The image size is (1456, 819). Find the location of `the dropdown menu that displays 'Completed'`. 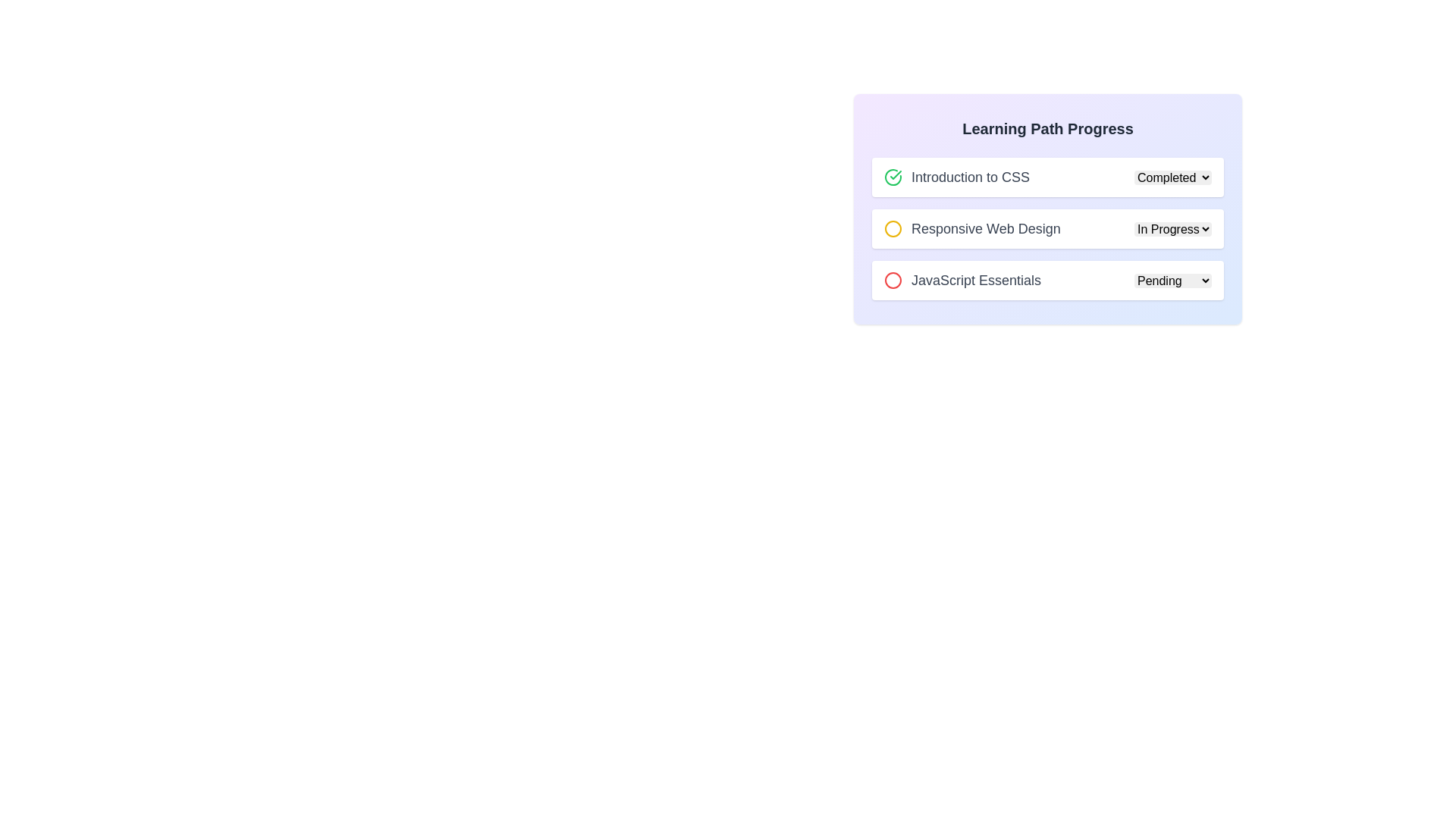

the dropdown menu that displays 'Completed' is located at coordinates (1172, 177).